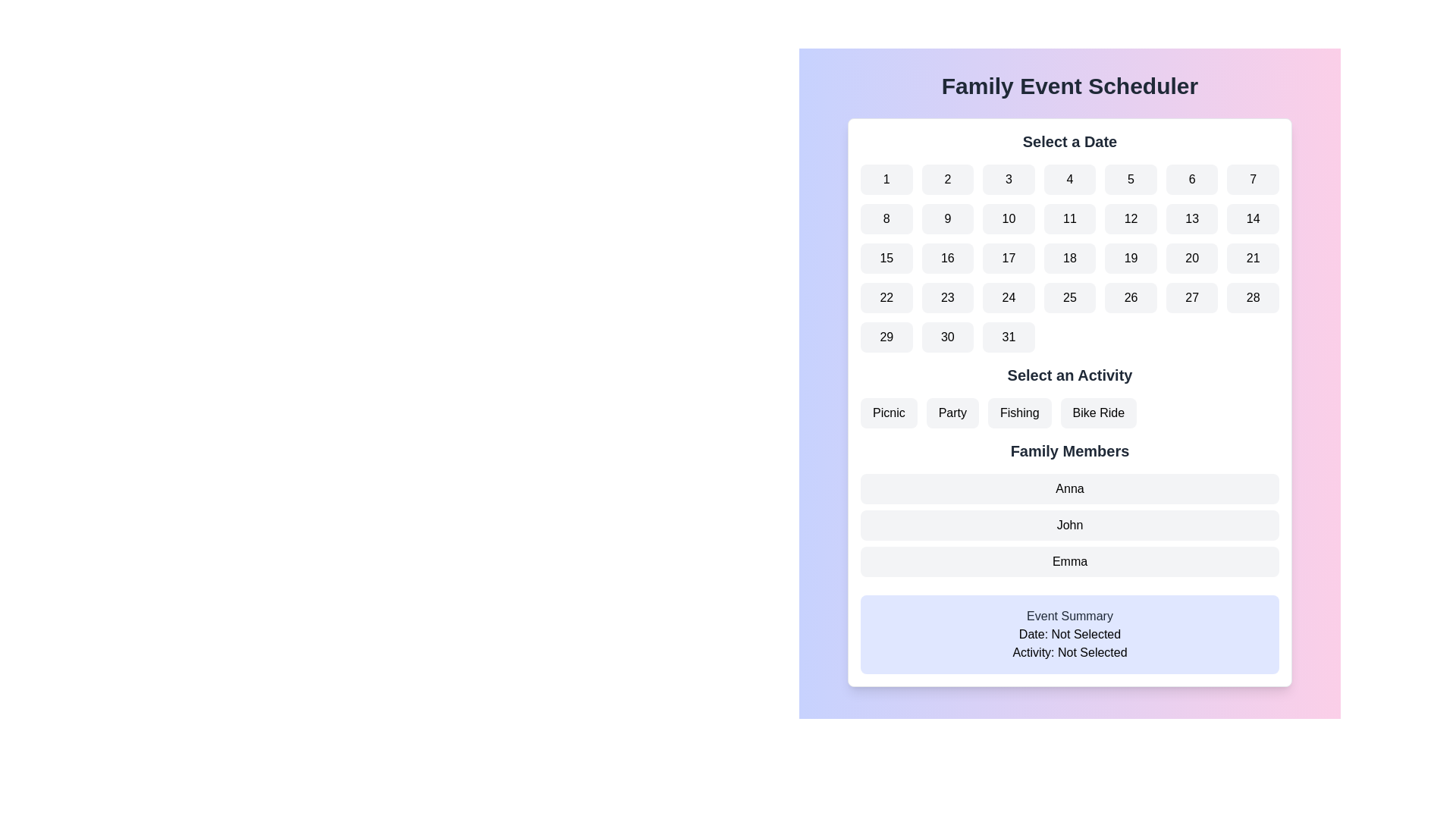 This screenshot has height=819, width=1456. Describe the element at coordinates (1069, 141) in the screenshot. I see `the Static text heading that indicates the section for selecting a date, located at the top-center of the application interface` at that location.